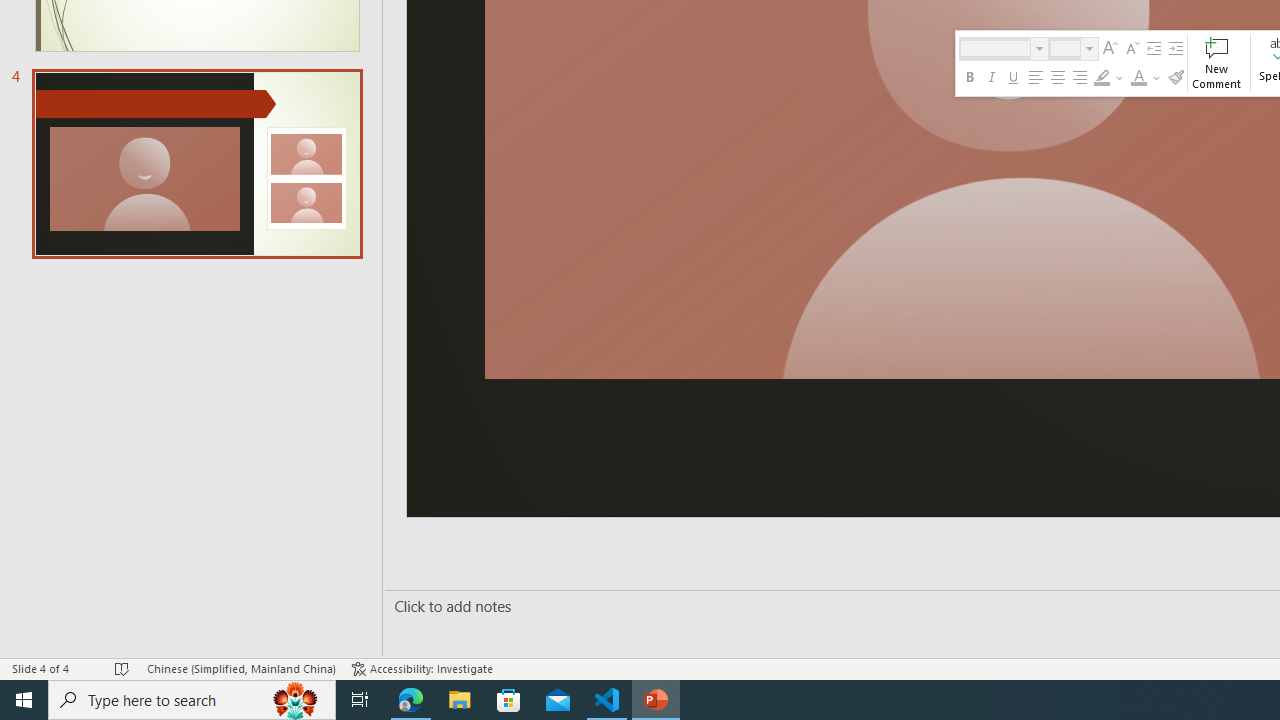 The width and height of the screenshot is (1280, 720). What do you see at coordinates (1215, 62) in the screenshot?
I see `'New Comment'` at bounding box center [1215, 62].